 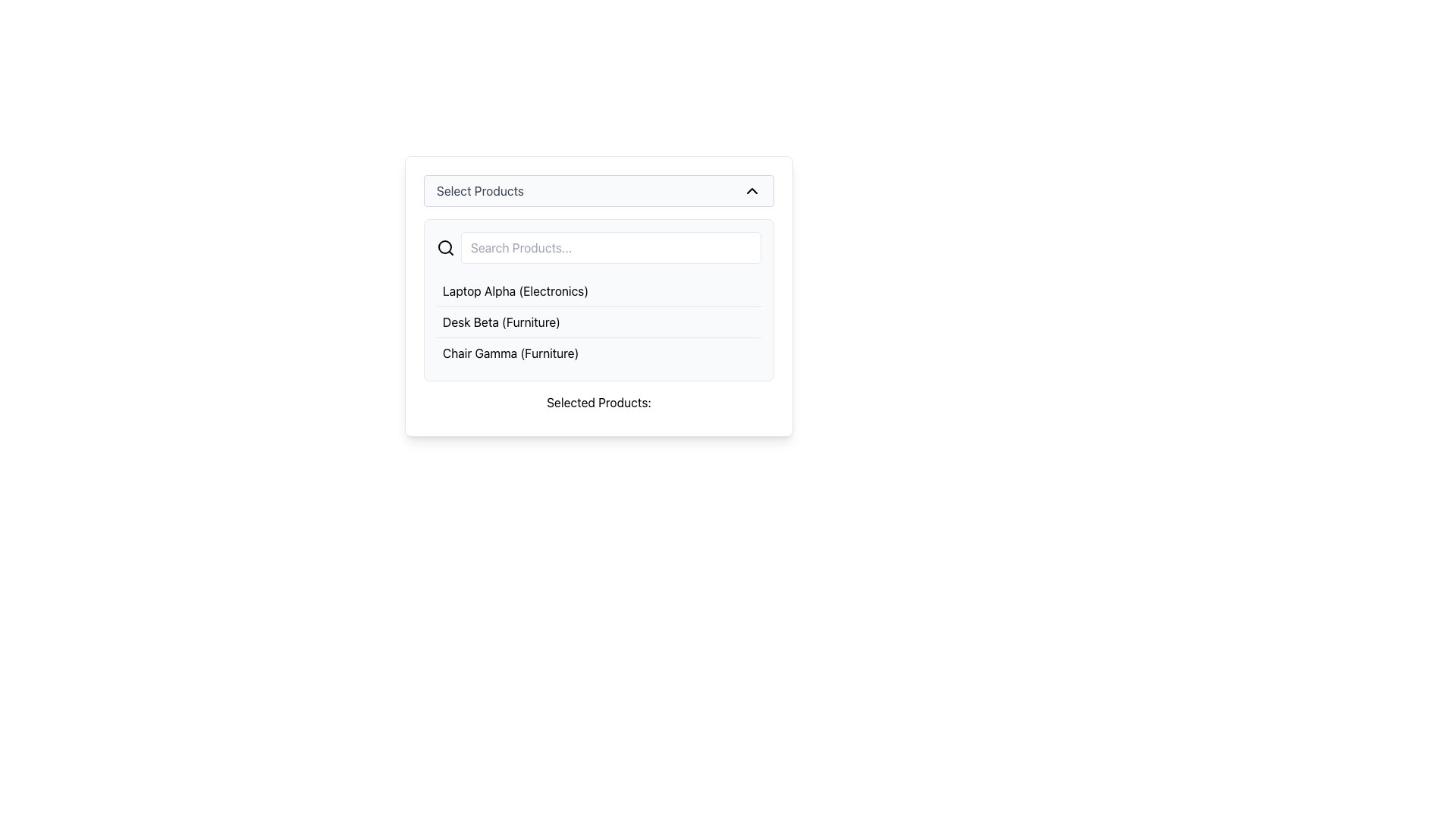 What do you see at coordinates (479, 190) in the screenshot?
I see `the Text Label that indicates the title of the dropdown menu, located to the left of the downward chevron icon` at bounding box center [479, 190].